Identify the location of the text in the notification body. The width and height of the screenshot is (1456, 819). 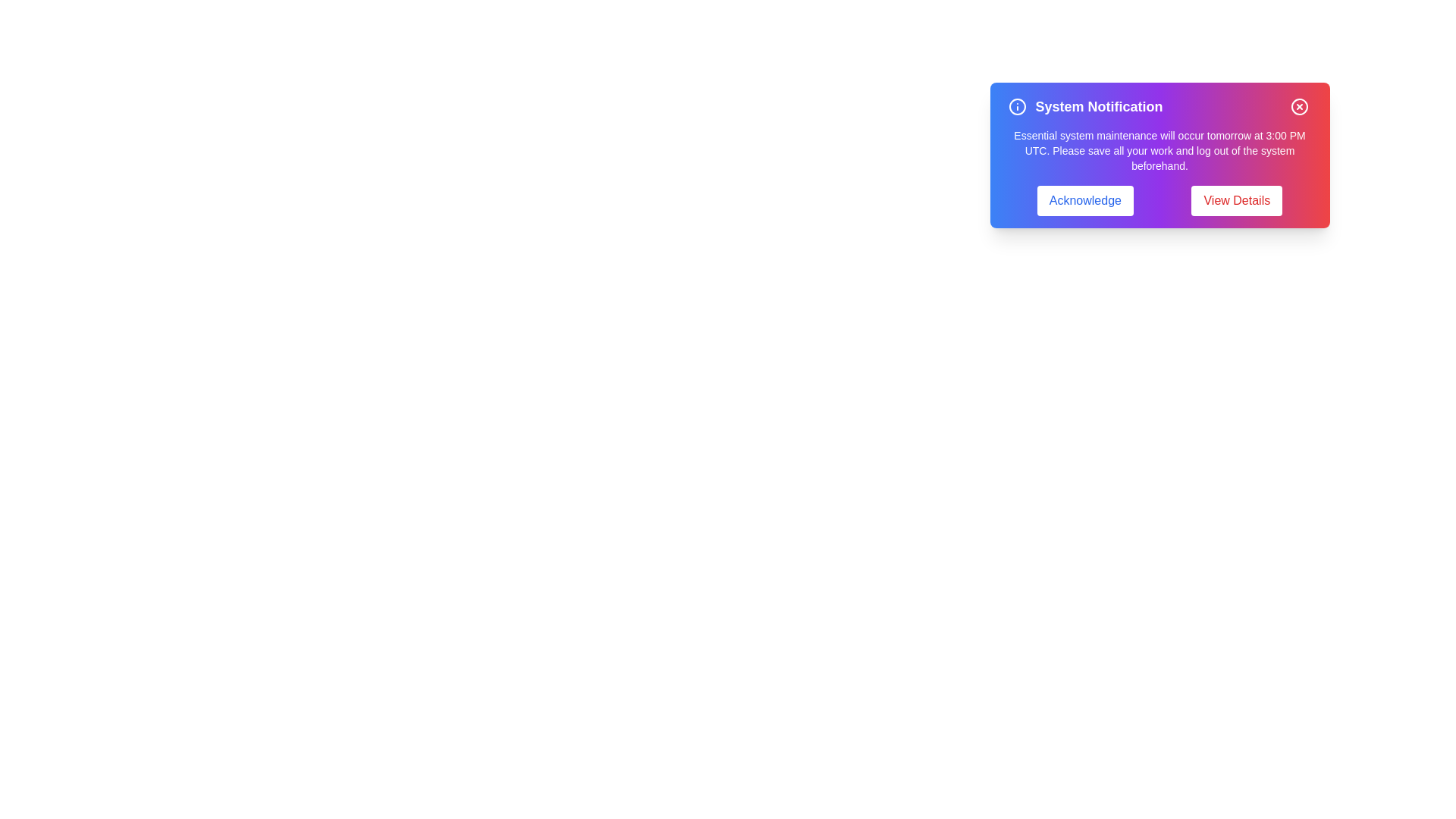
(1008, 127).